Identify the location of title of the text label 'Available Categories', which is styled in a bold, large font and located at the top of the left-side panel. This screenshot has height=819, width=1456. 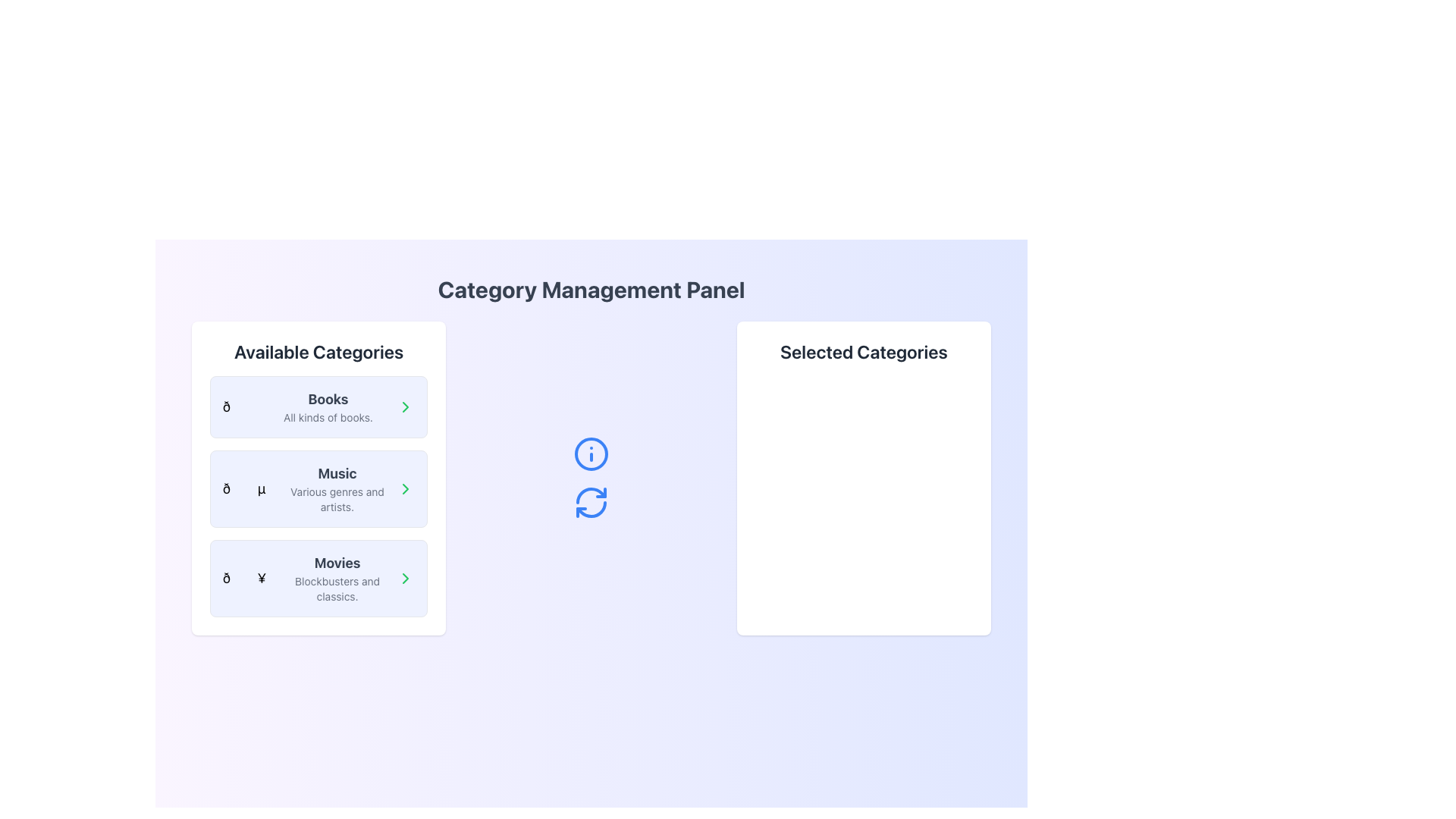
(318, 351).